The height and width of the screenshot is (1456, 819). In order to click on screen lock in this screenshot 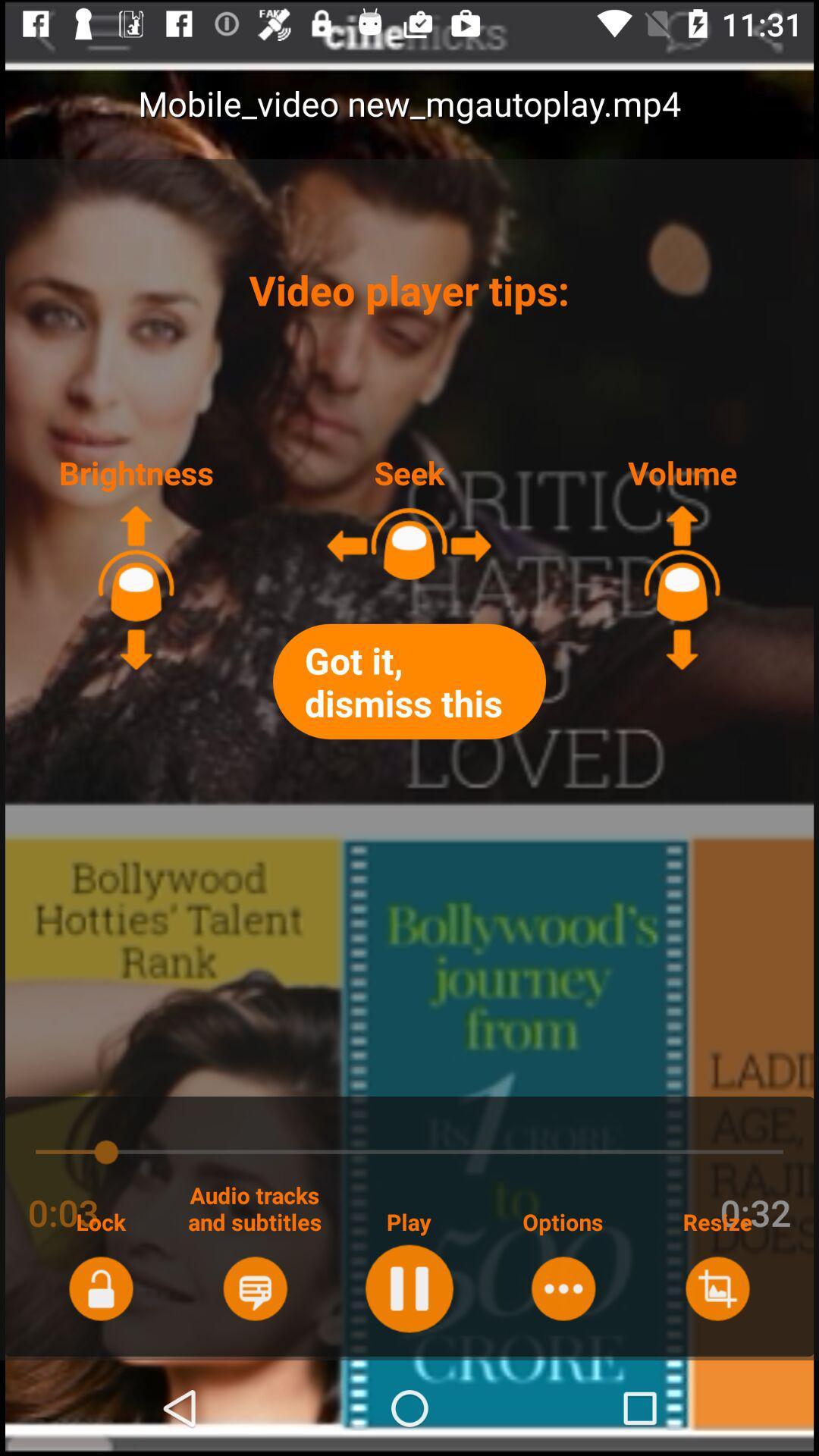, I will do `click(101, 1288)`.